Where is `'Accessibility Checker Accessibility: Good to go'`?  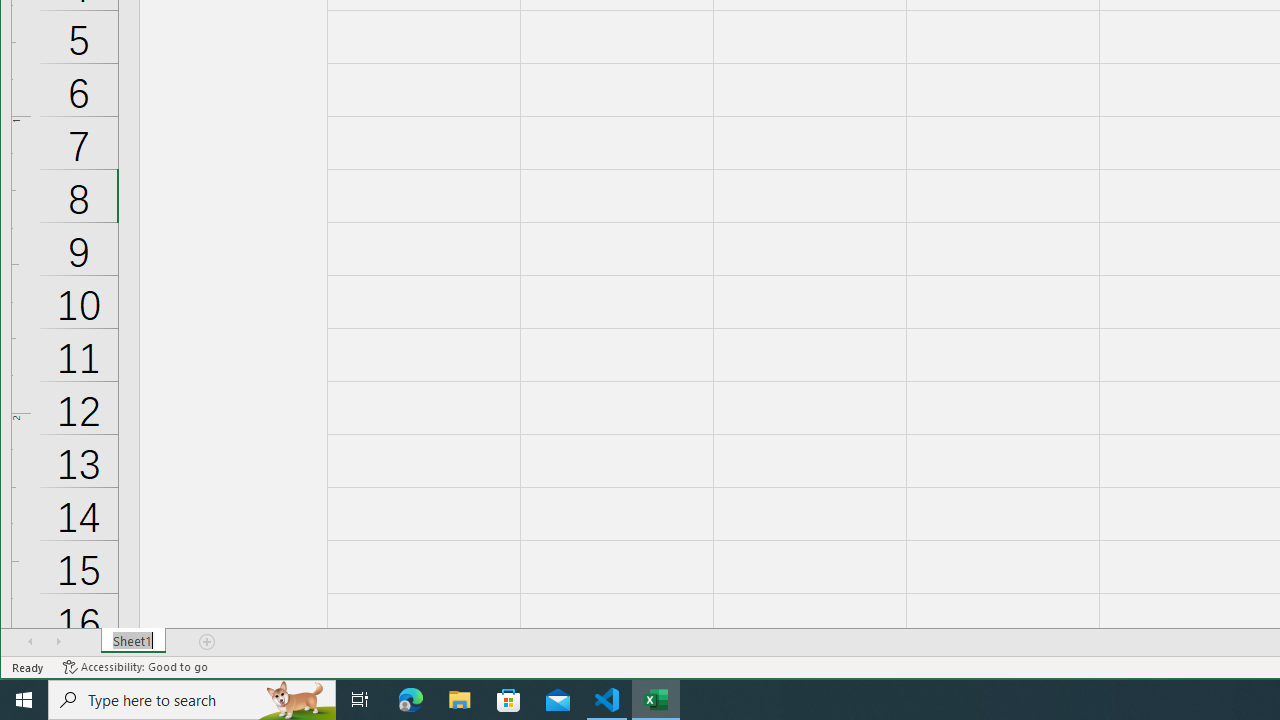
'Accessibility Checker Accessibility: Good to go' is located at coordinates (134, 667).